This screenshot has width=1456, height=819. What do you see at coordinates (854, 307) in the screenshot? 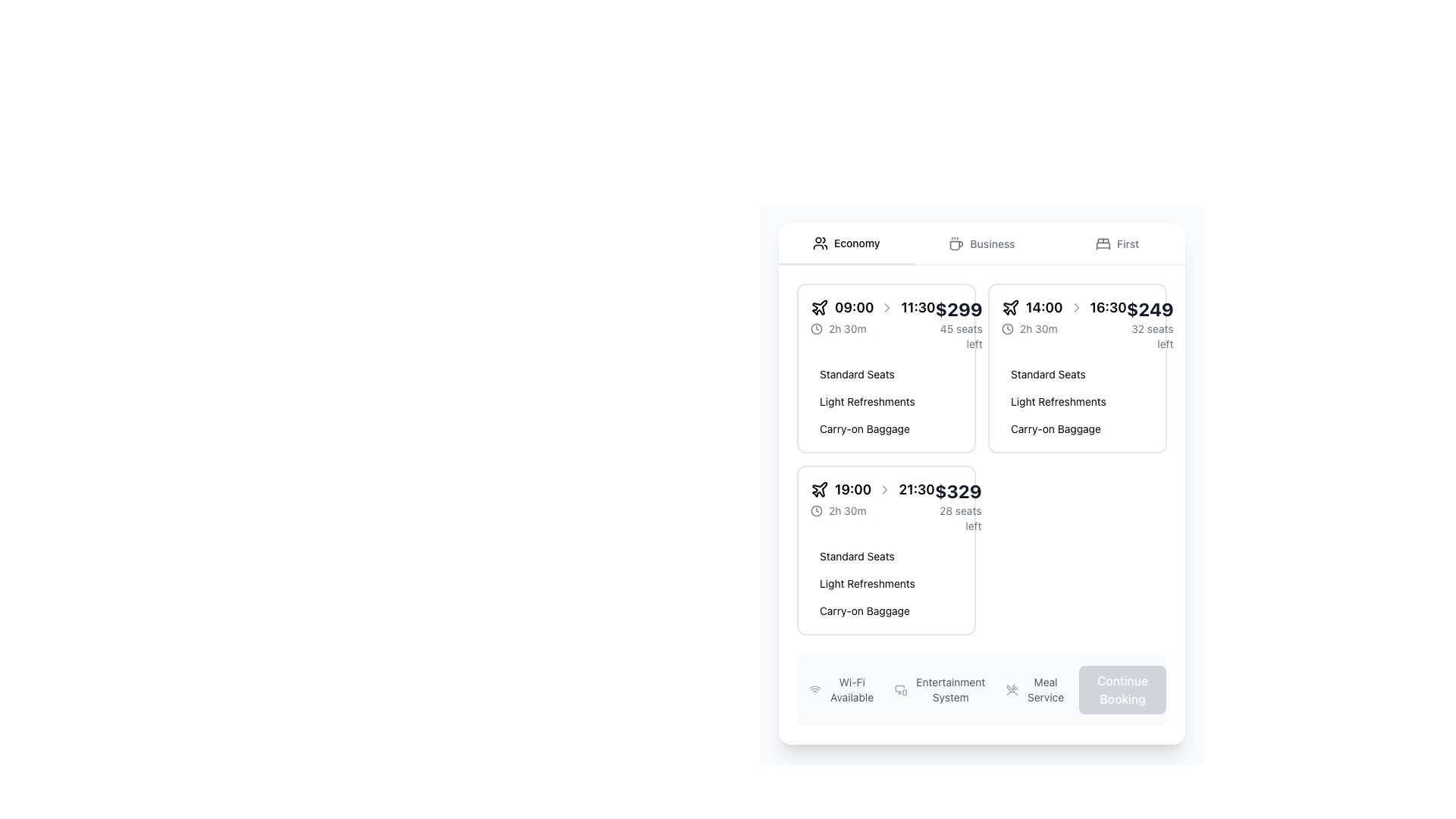
I see `the text label displaying '09:00', which indicates the departure time for a flight and is located within the top-left flight schedule card, positioned between a plane icon and a right arrow` at bounding box center [854, 307].